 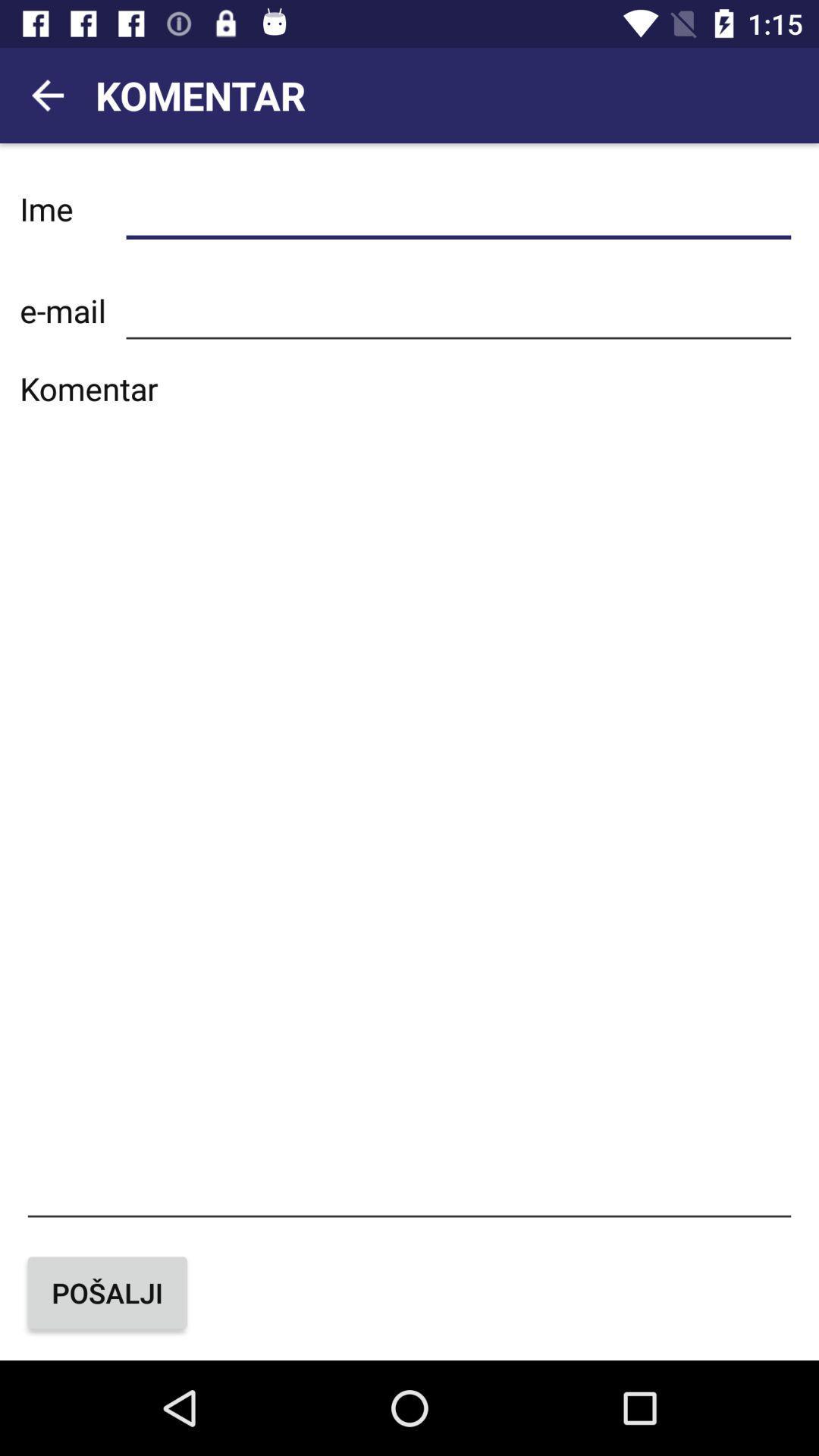 What do you see at coordinates (46, 94) in the screenshot?
I see `the arrow_backward icon` at bounding box center [46, 94].